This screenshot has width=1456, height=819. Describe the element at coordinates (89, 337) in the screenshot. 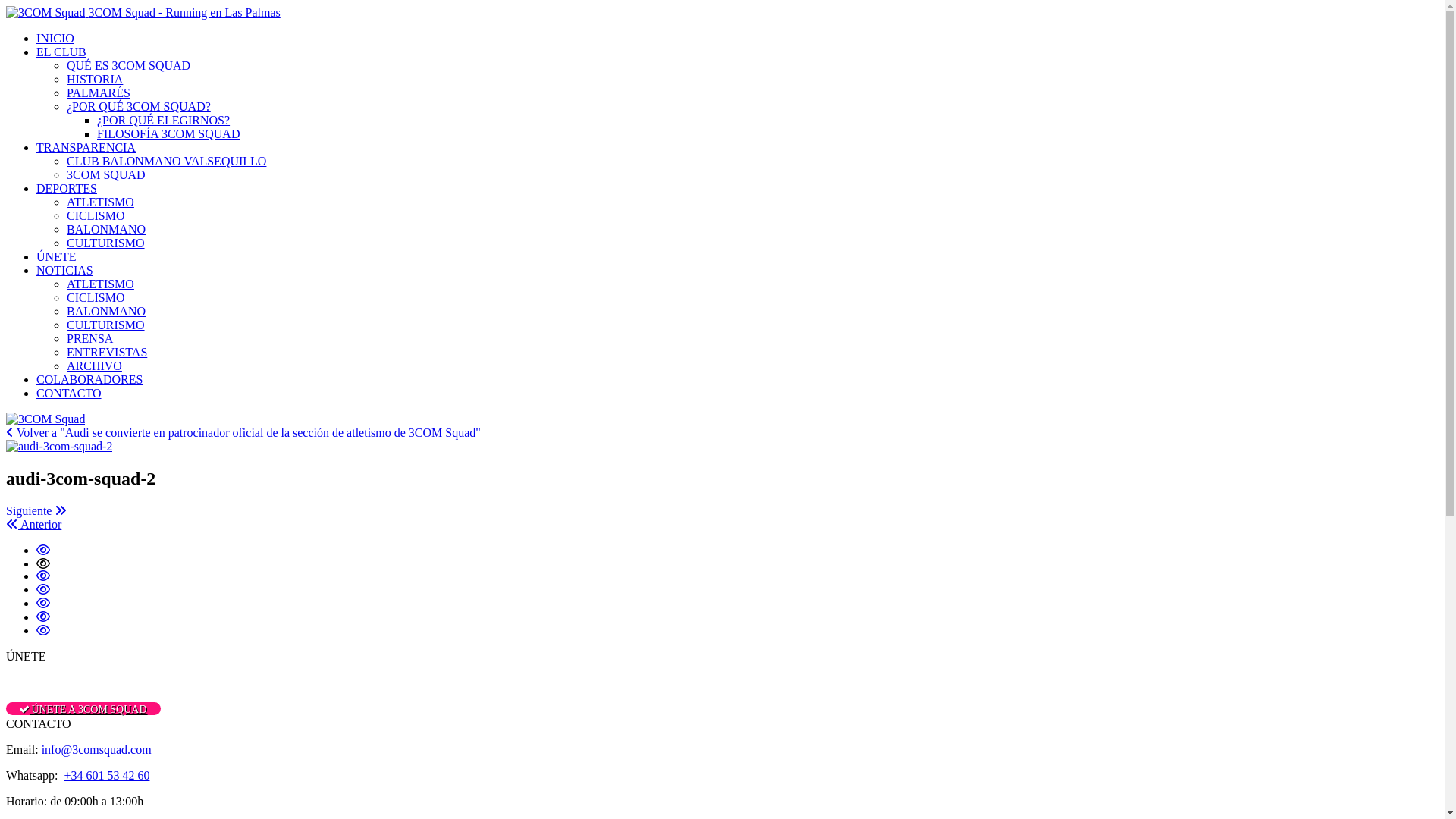

I see `'PRENSA'` at that location.